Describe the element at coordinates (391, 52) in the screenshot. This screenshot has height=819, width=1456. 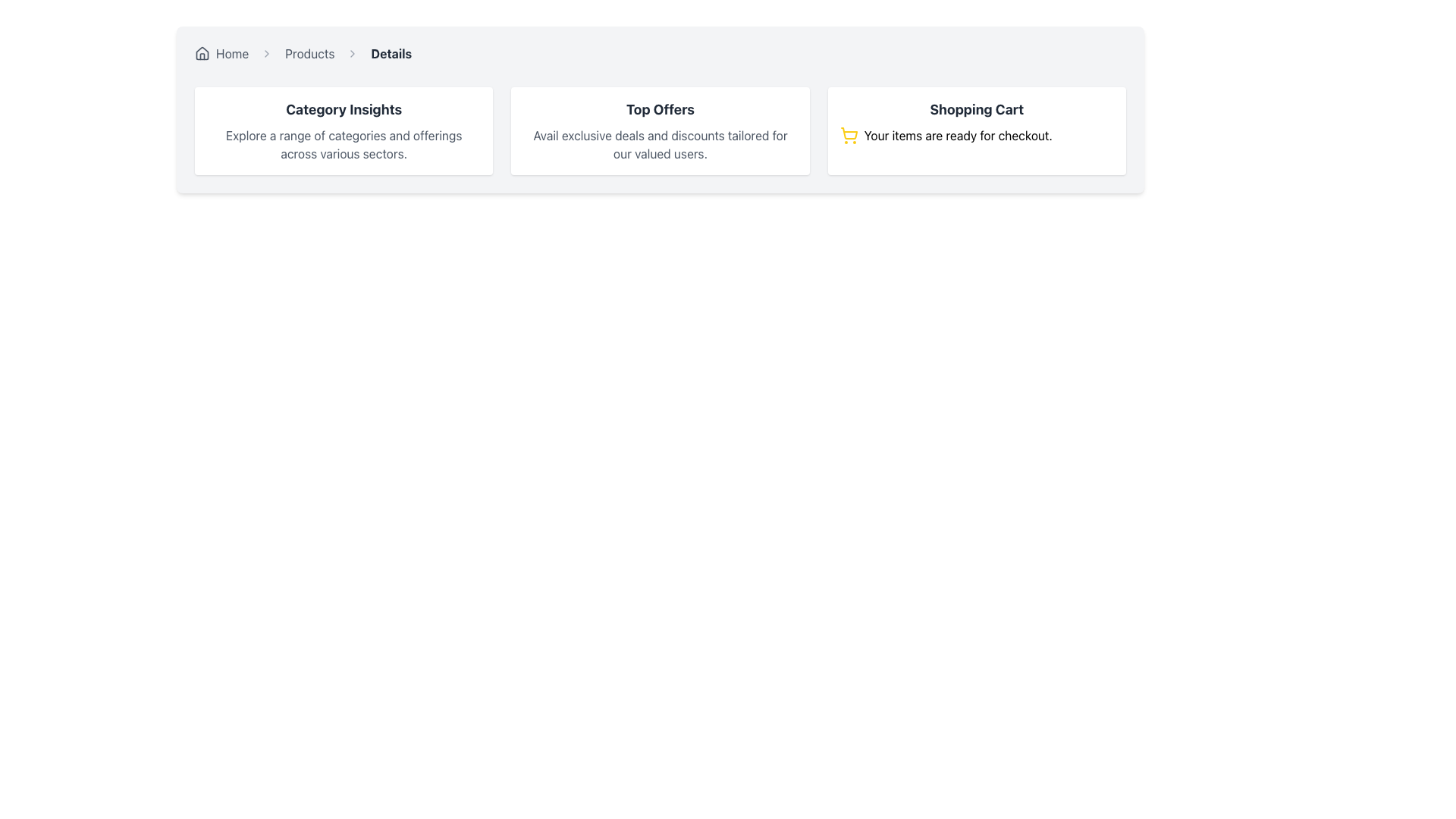
I see `static text label displaying 'Details', which is the last item in the breadcrumb navigation bar located near the top-center of the interface` at that location.